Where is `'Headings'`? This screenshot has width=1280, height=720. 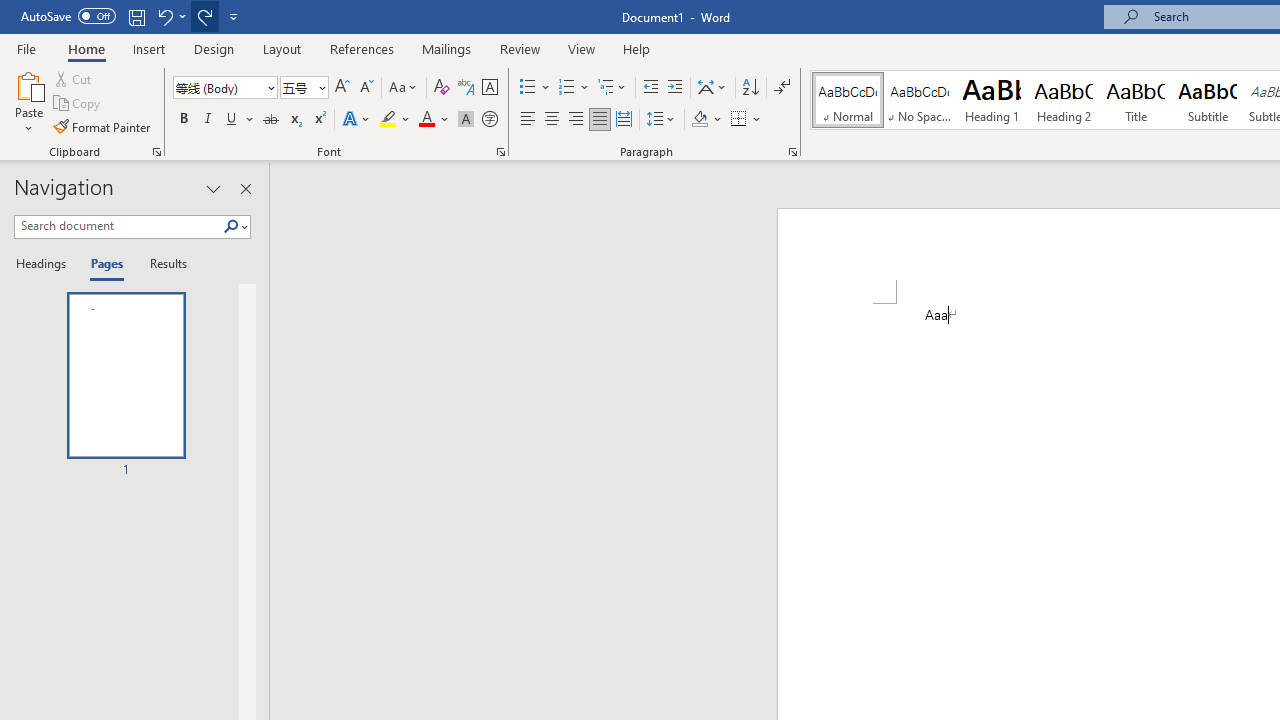
'Headings' is located at coordinates (45, 264).